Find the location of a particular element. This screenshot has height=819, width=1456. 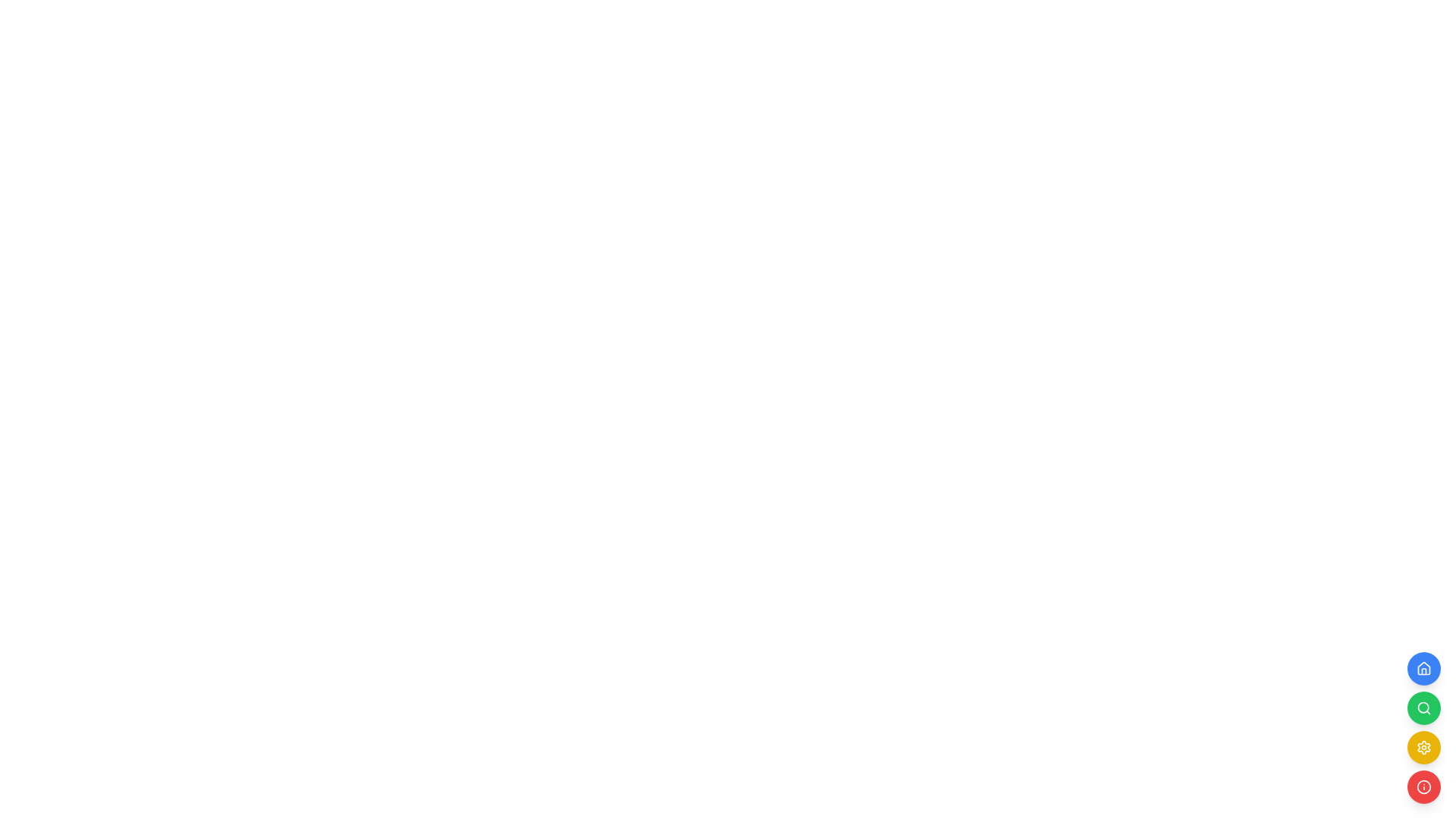

the 'Home' icon, which is a house-shaped icon with a blue background and white lines, located at the top of a vertical group of circular icons on the right side of the interface is located at coordinates (1423, 668).